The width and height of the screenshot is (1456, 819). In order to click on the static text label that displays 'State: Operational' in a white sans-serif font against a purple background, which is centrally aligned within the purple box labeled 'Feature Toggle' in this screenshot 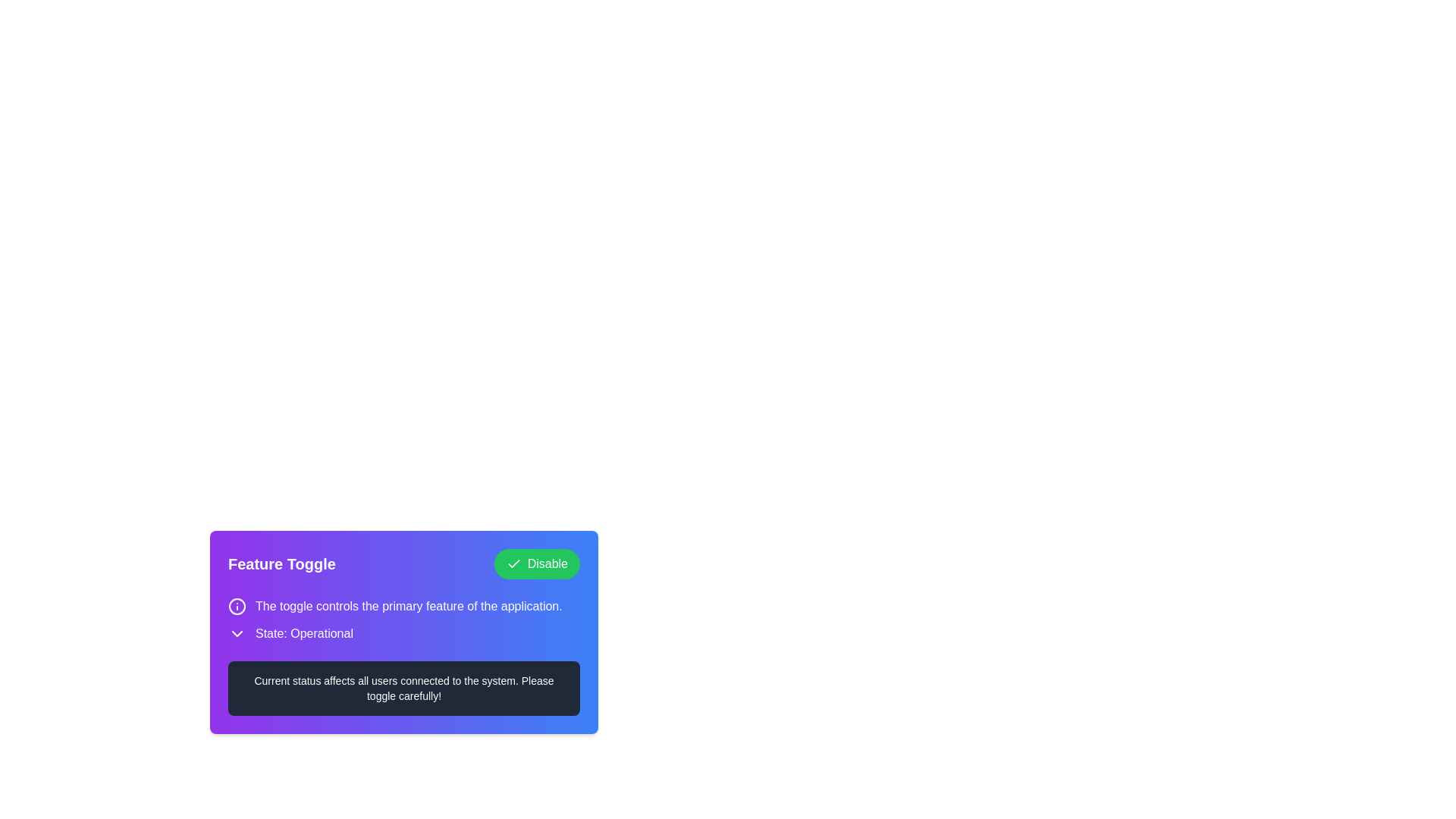, I will do `click(303, 634)`.